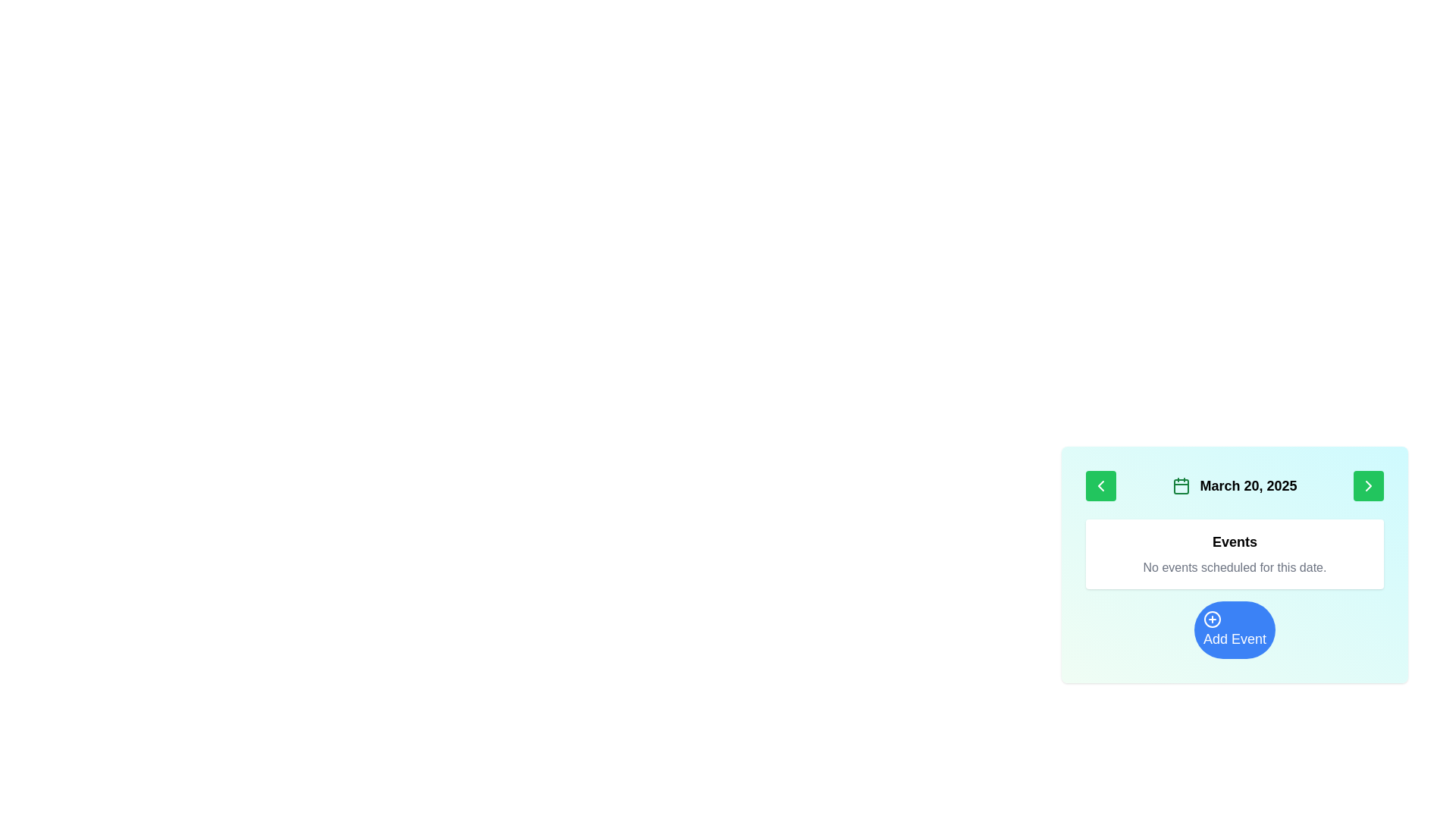 This screenshot has width=1456, height=819. What do you see at coordinates (1368, 485) in the screenshot?
I see `the rightward-pointing arrow SVG icon located in the top-right corner of the calendar interface beside the date text 'March 20, 2025'` at bounding box center [1368, 485].